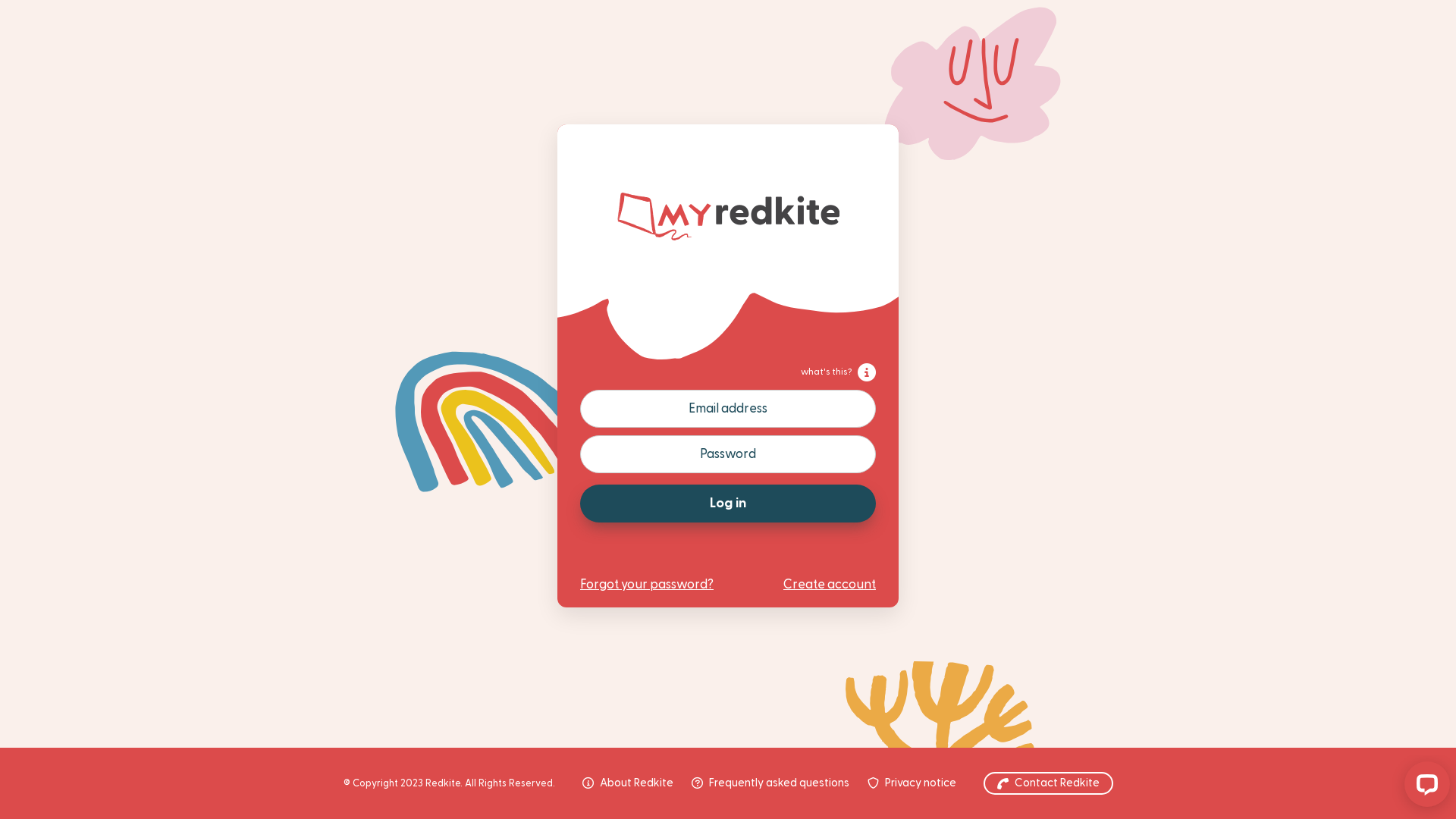 This screenshot has width=1456, height=819. What do you see at coordinates (647, 584) in the screenshot?
I see `'Forgot your password?'` at bounding box center [647, 584].